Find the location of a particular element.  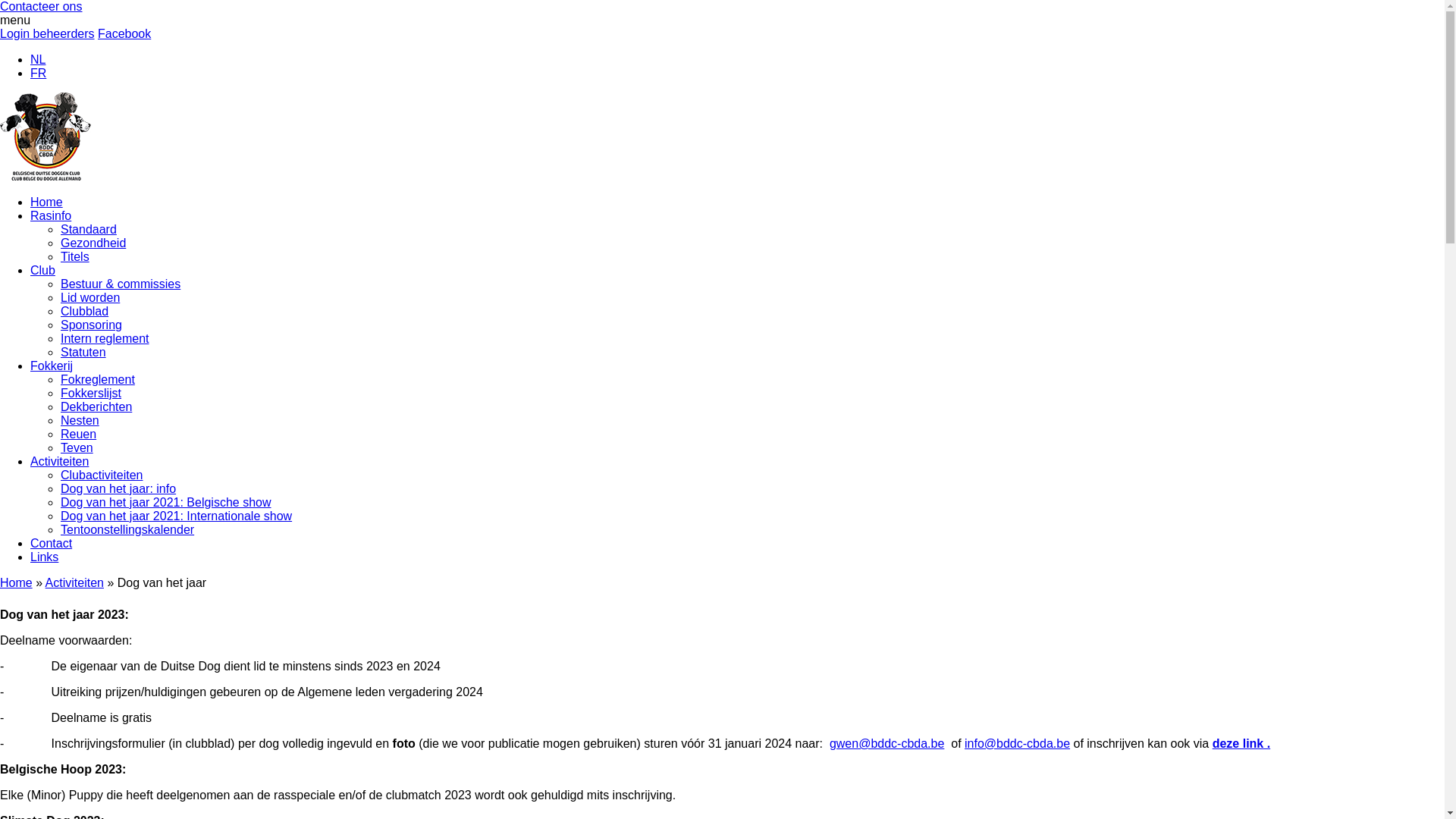

'Login beheerders' is located at coordinates (0, 33).